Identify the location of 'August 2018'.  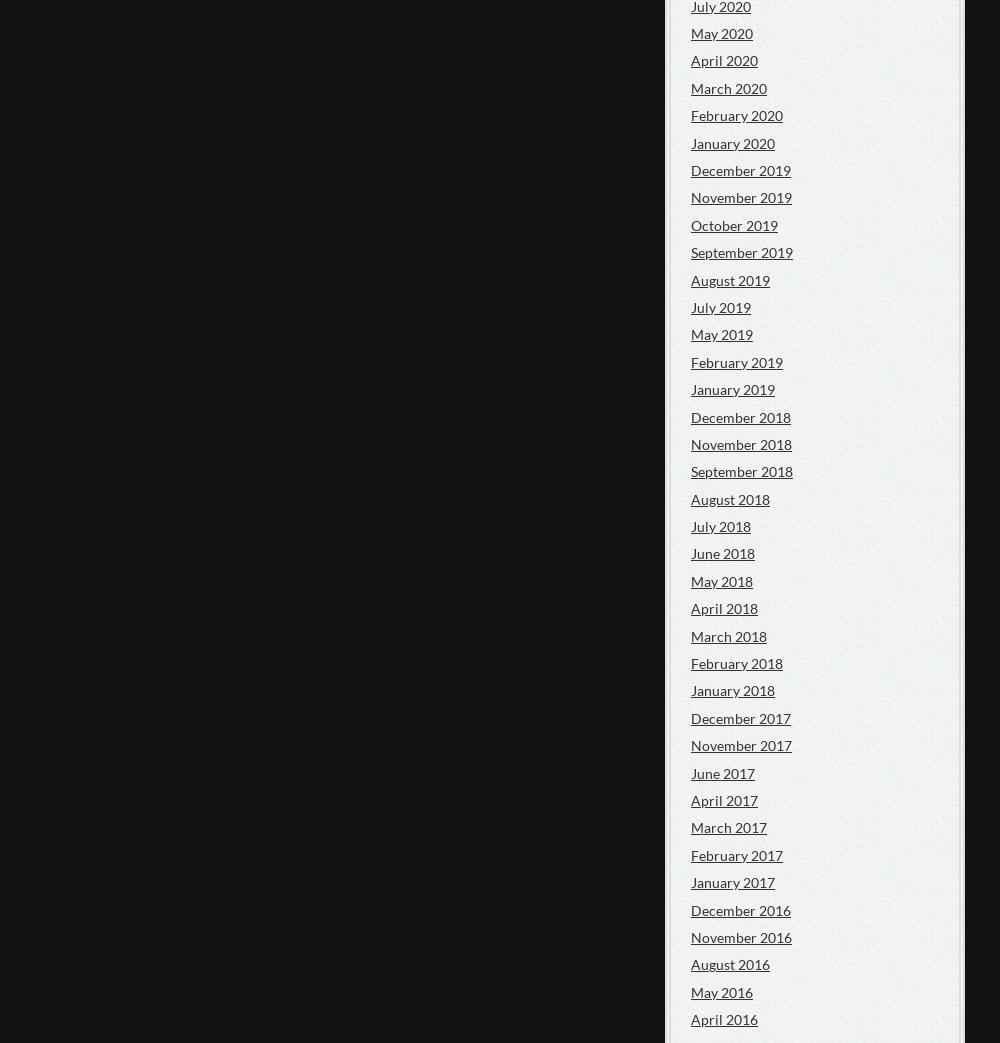
(690, 497).